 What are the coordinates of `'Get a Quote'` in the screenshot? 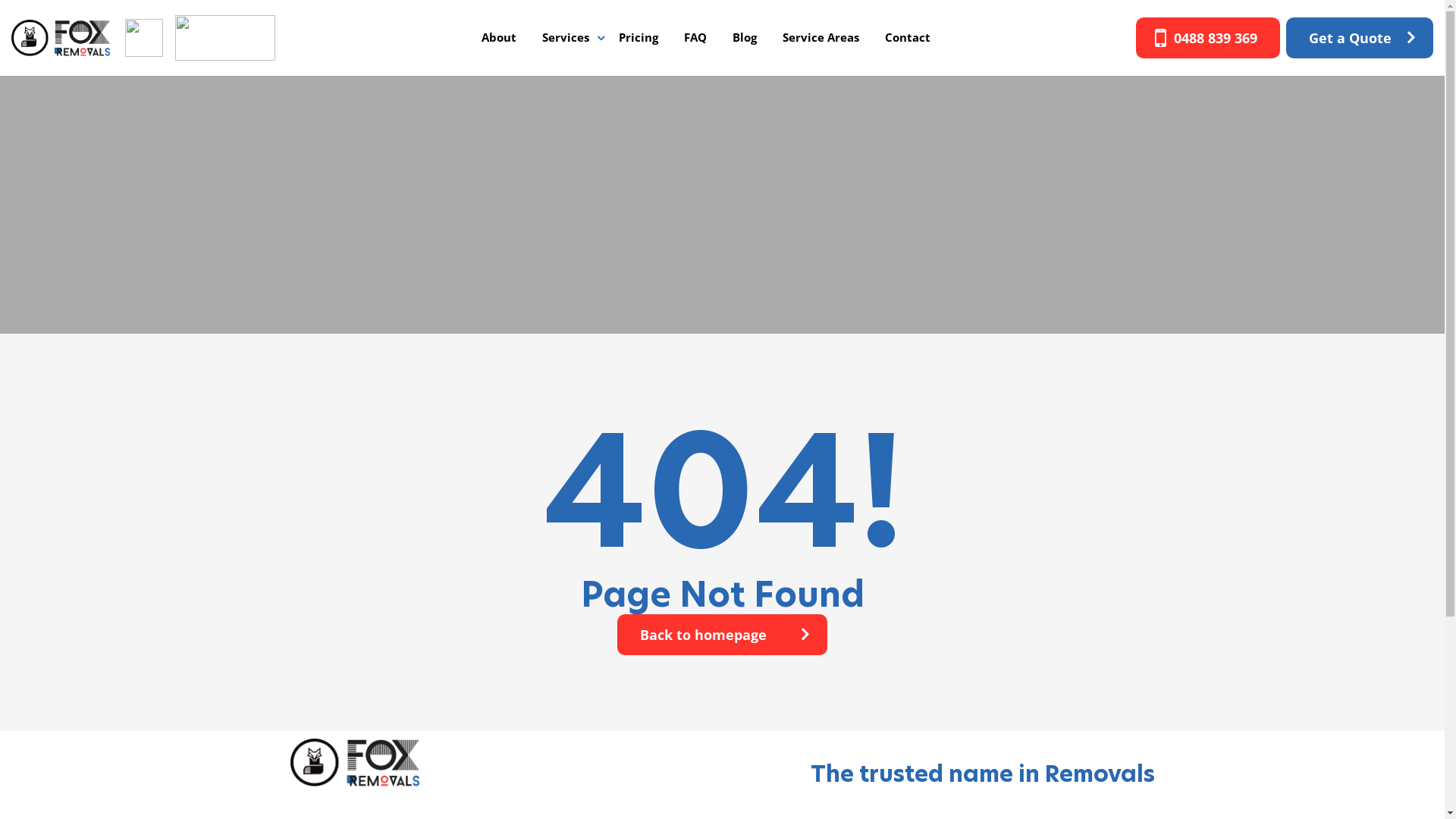 It's located at (1360, 37).